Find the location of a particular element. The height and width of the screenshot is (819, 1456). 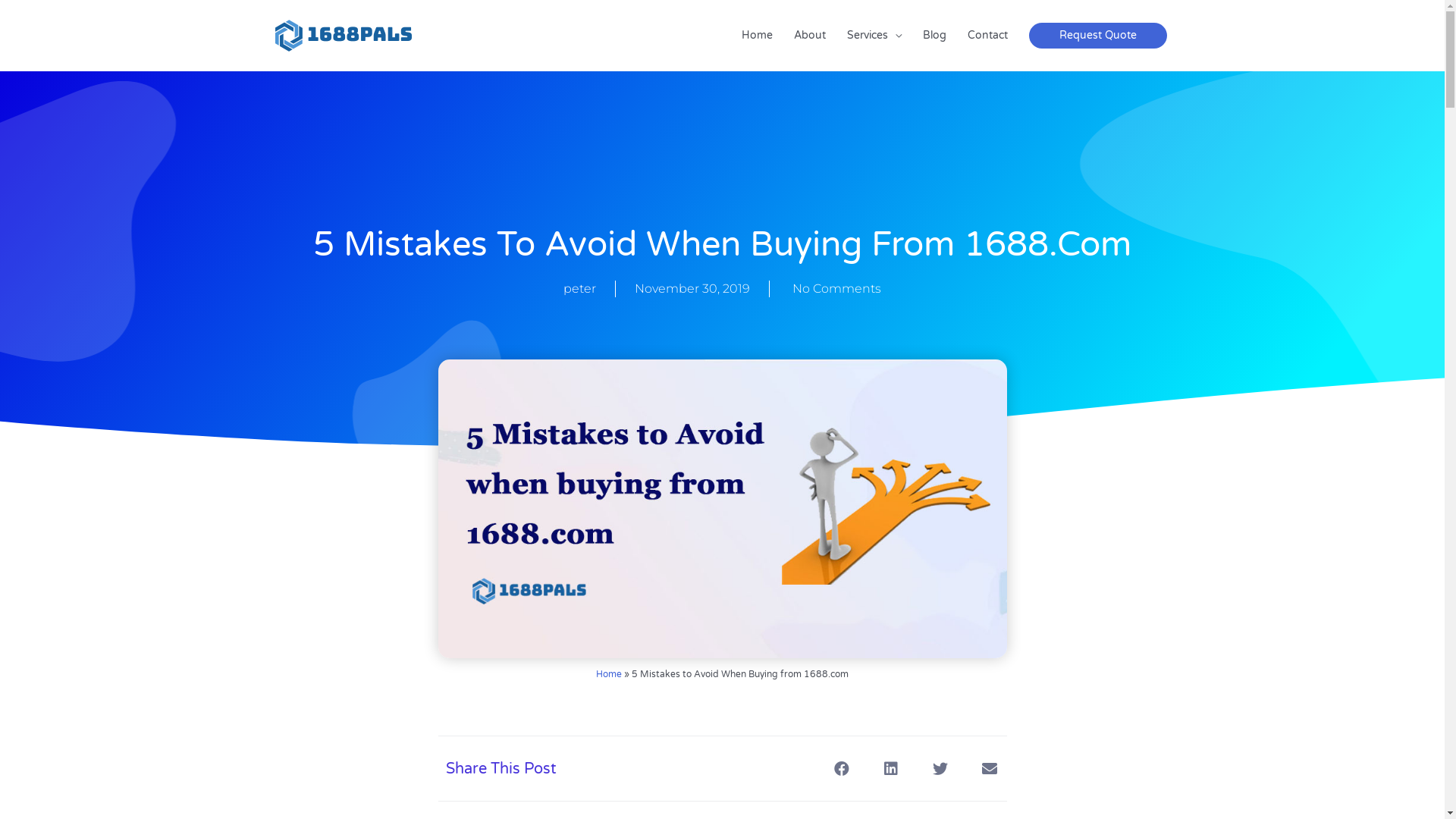

'Services' is located at coordinates (874, 34).